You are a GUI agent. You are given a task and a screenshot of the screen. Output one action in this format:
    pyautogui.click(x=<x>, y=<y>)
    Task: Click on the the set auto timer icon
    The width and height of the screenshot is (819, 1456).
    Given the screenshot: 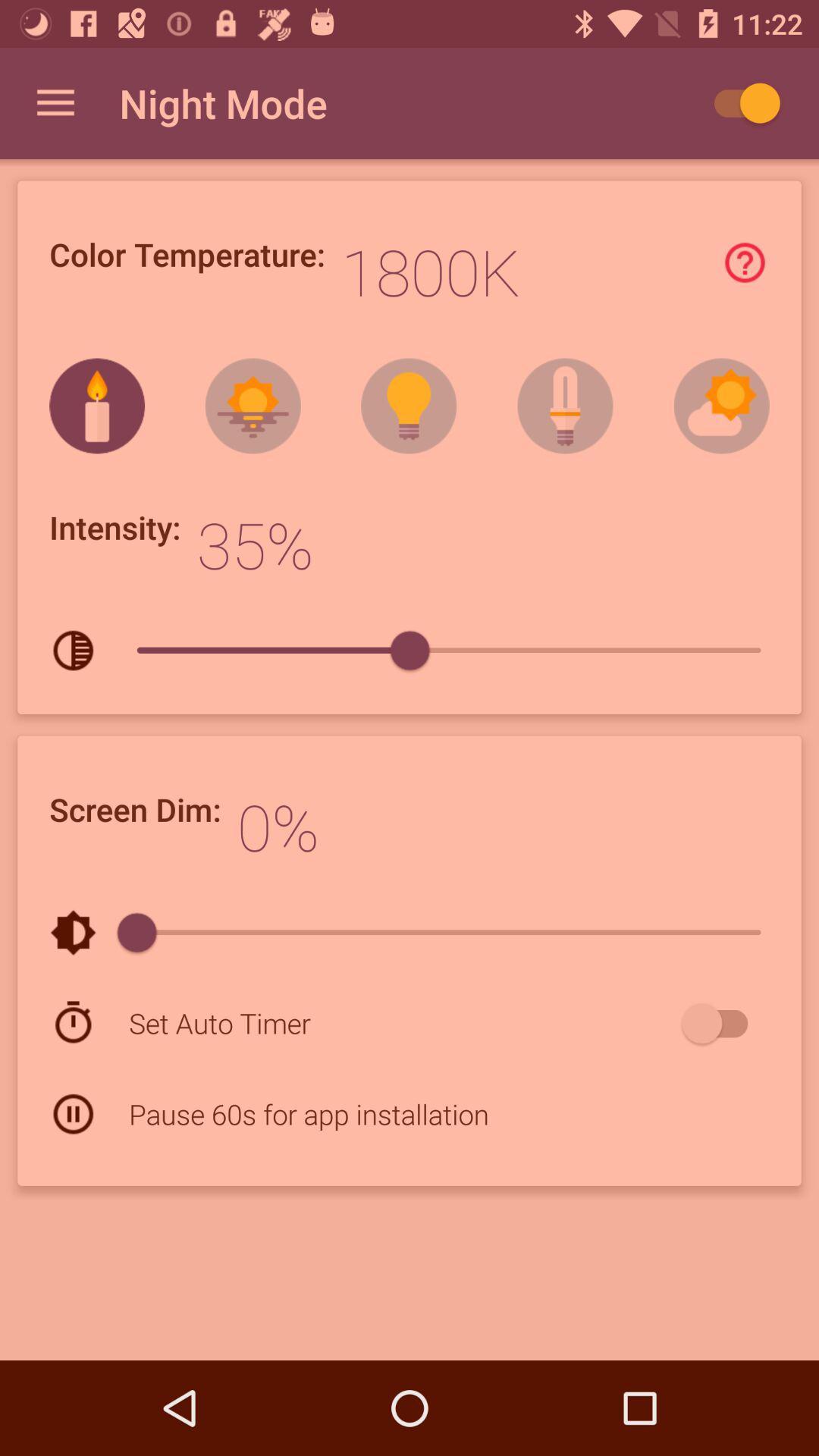 What is the action you would take?
    pyautogui.click(x=401, y=1023)
    